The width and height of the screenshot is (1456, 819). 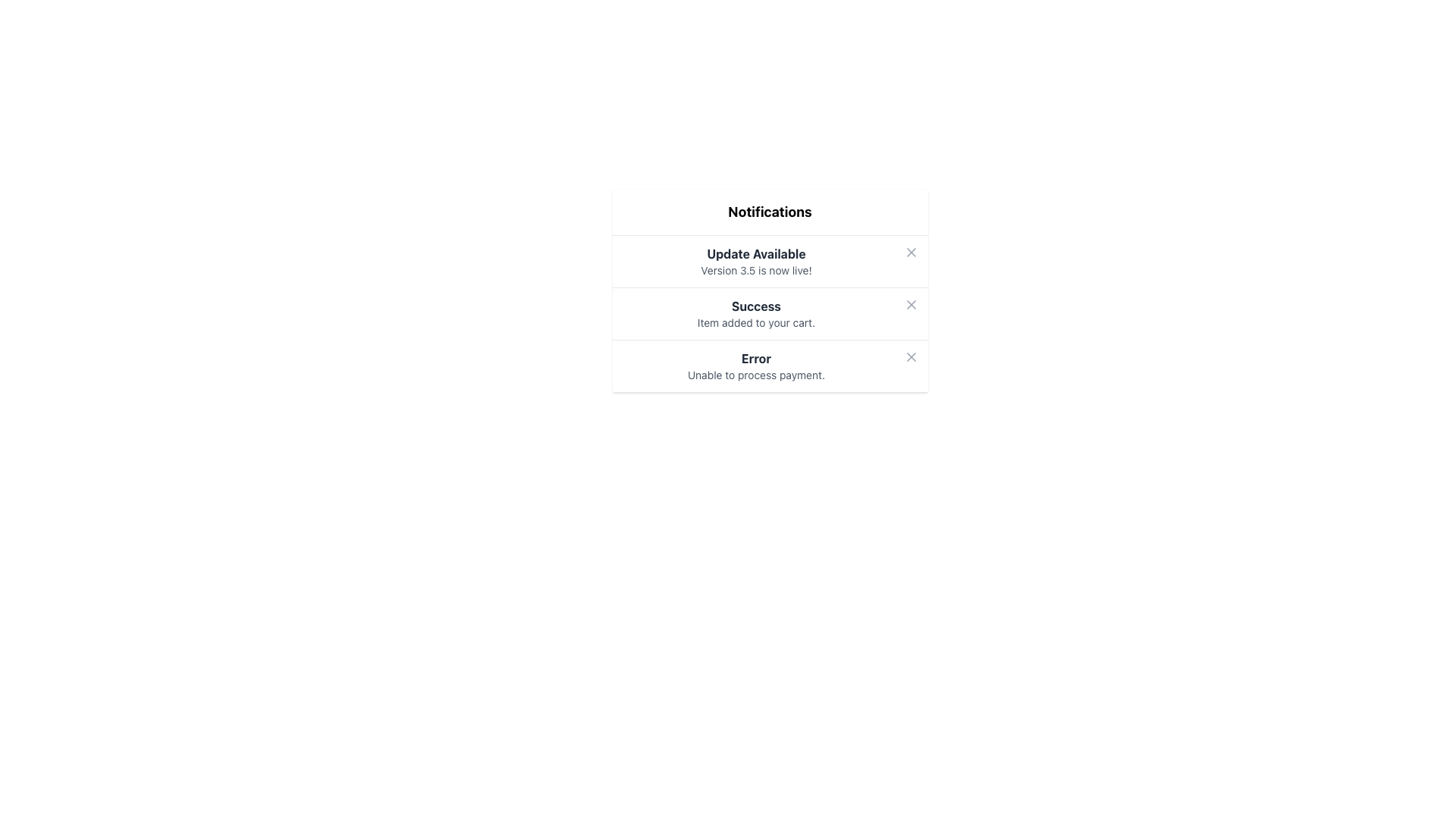 I want to click on the notification message confirming that an item has been successfully added to the shopping cart, located below the 'Success' header in the notification card, so click(x=756, y=322).